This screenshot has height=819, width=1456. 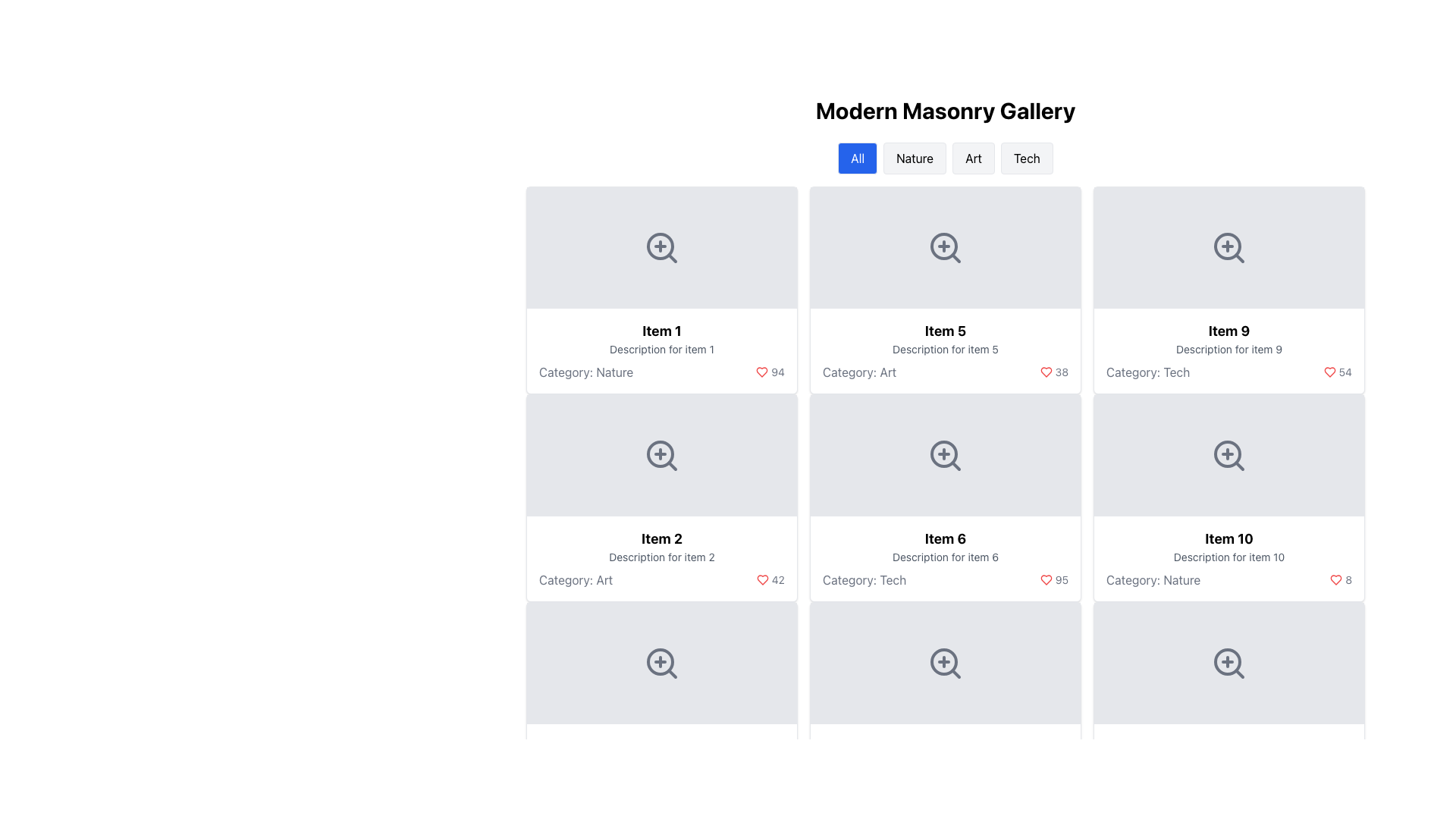 What do you see at coordinates (575, 579) in the screenshot?
I see `the static text label that displays the category of the item located at the lower part of the card titled 'Item 2', positioned below the item's title and description` at bounding box center [575, 579].